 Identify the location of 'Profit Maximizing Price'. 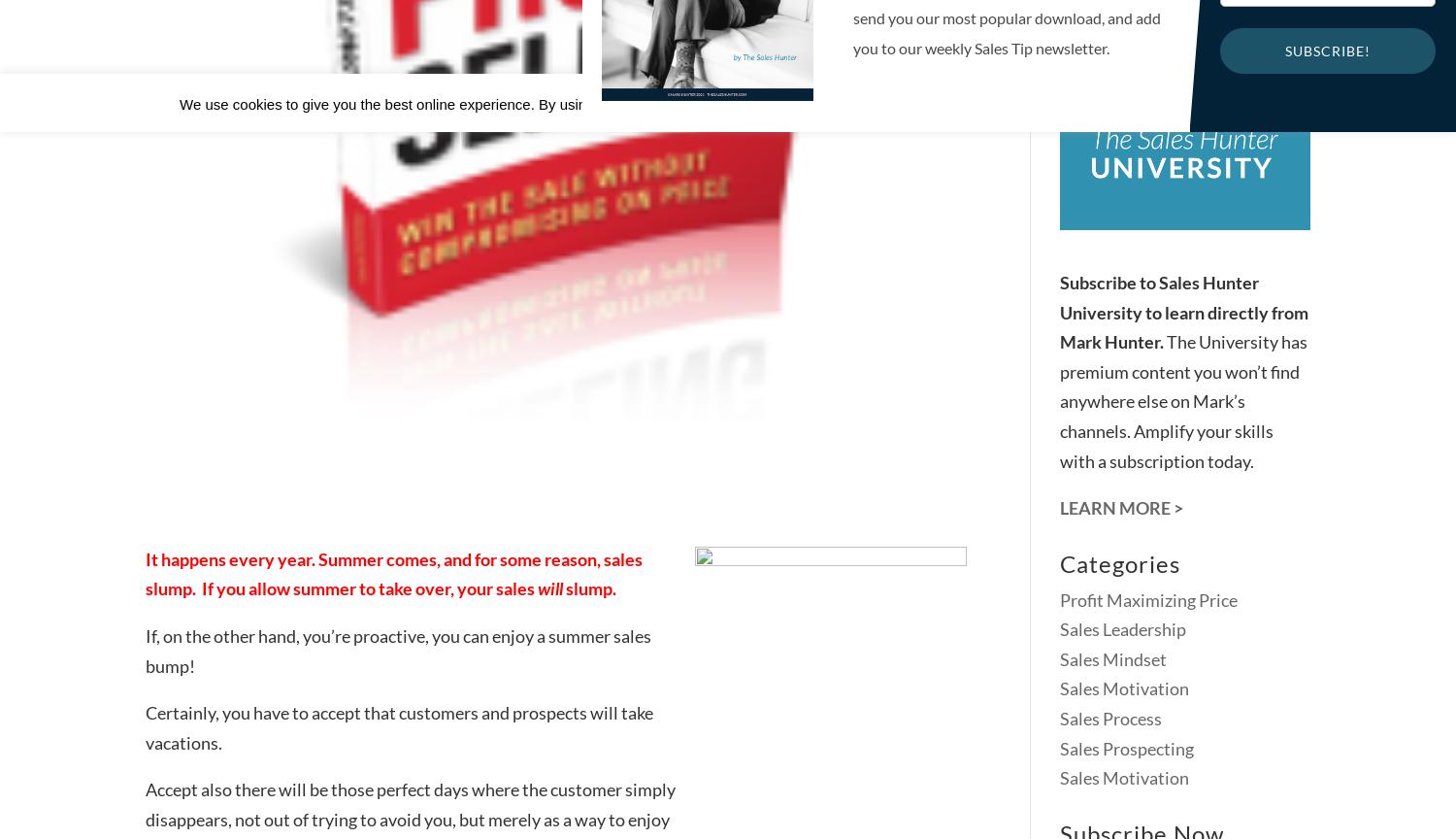
(1148, 597).